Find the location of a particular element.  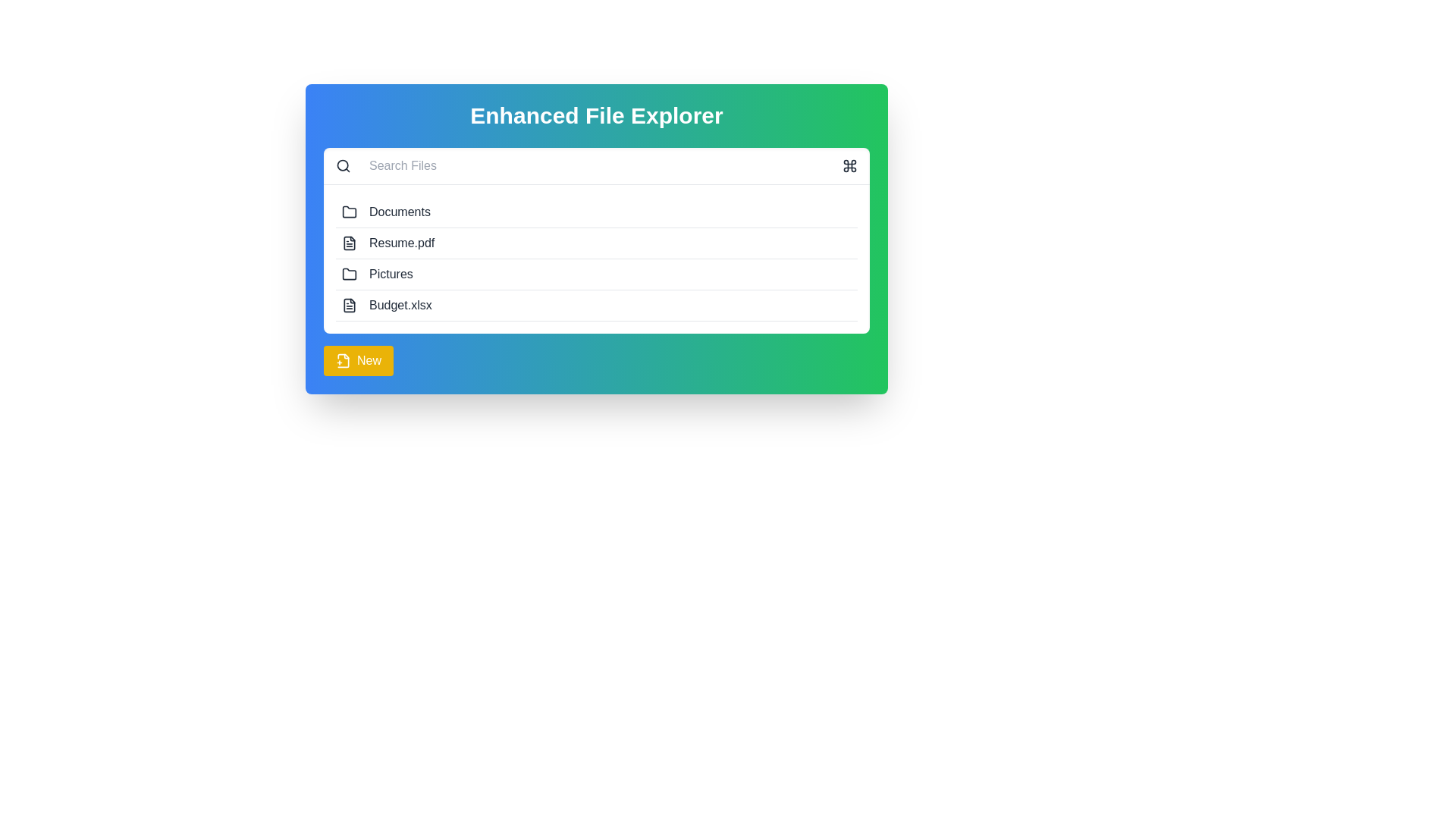

the button containing the text label 'New' is located at coordinates (369, 360).